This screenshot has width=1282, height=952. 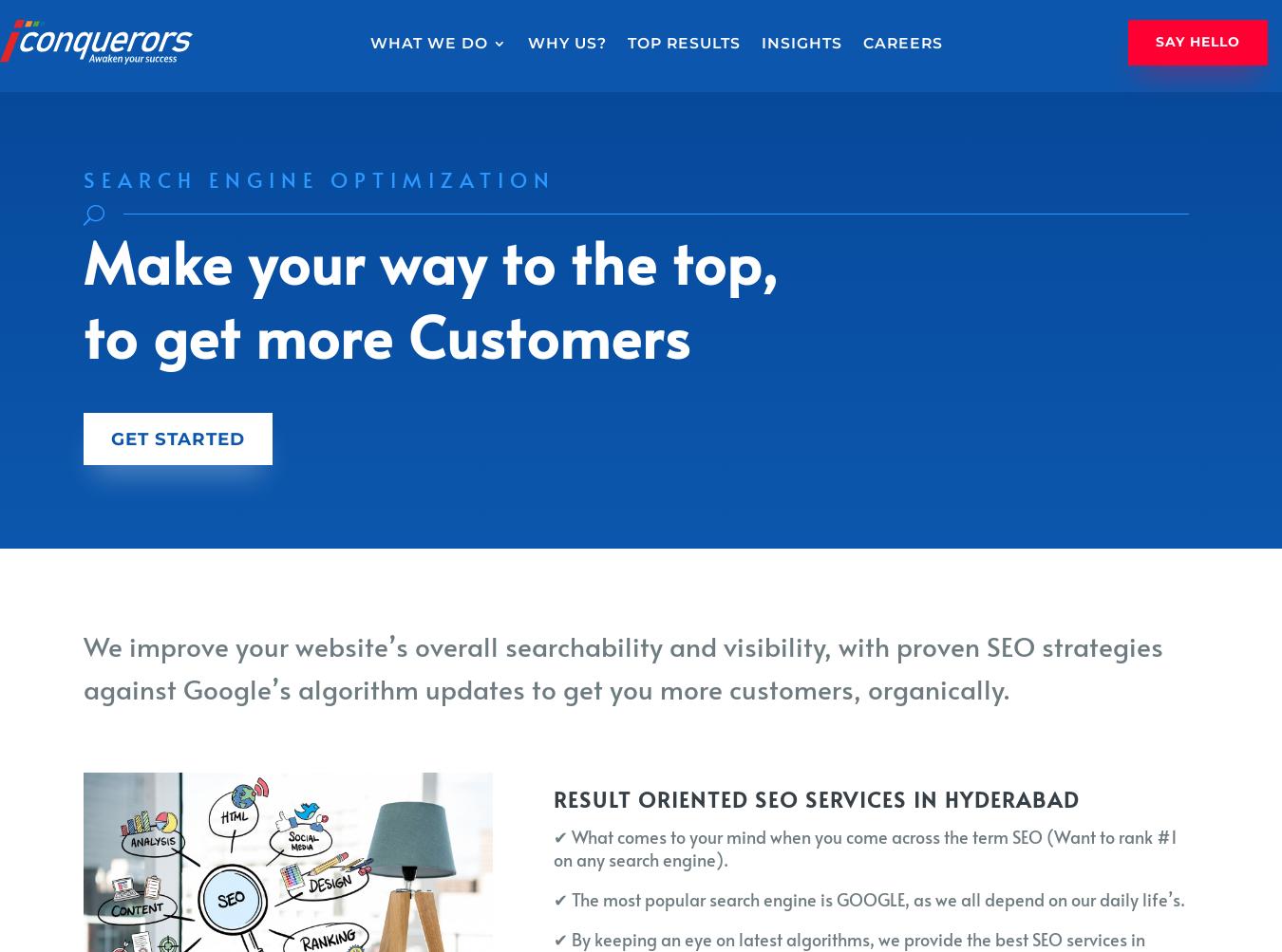 What do you see at coordinates (81, 177) in the screenshot?
I see `'Search Engine Optimization'` at bounding box center [81, 177].